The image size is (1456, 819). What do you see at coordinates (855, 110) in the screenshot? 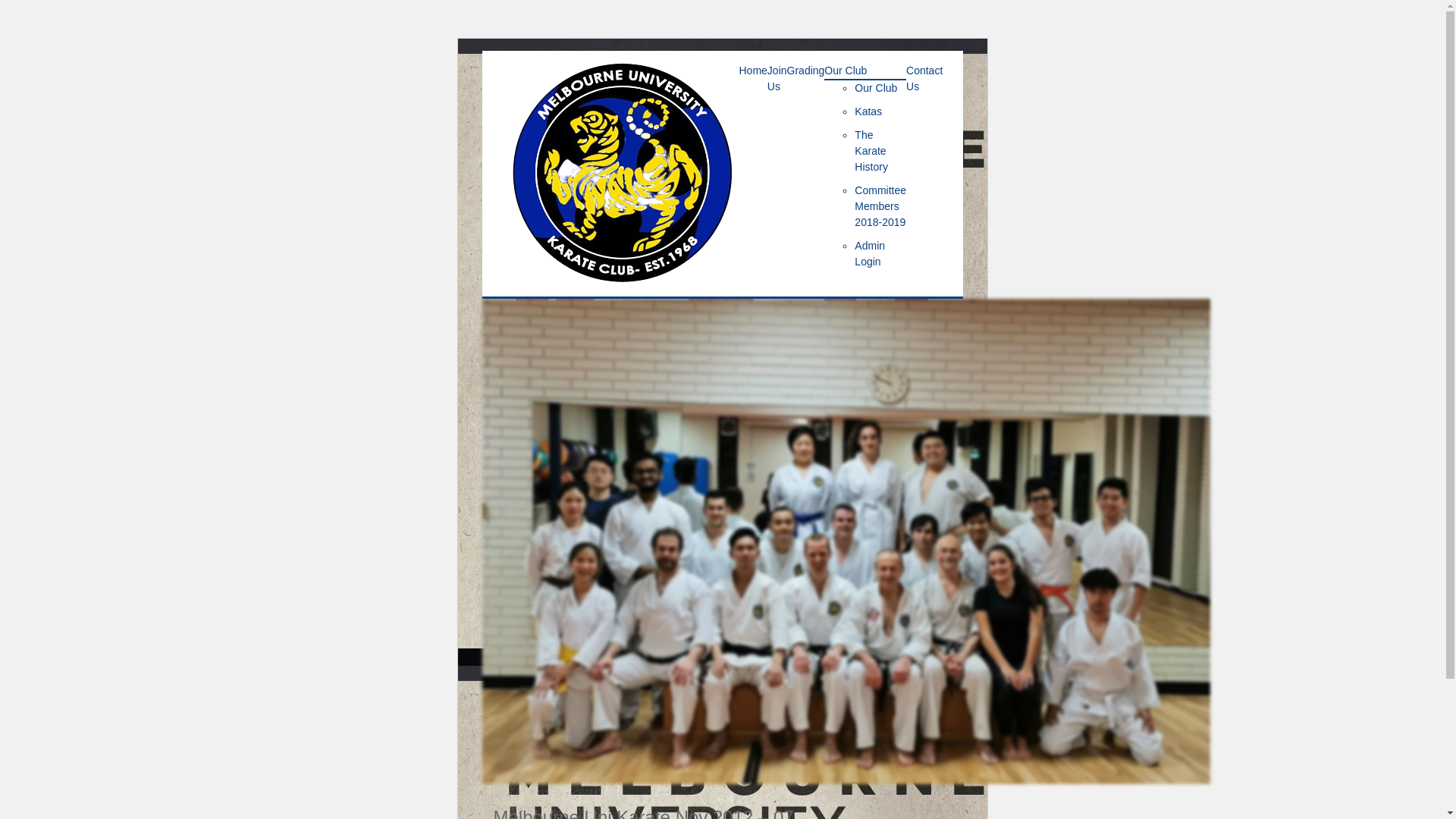
I see `'Katas'` at bounding box center [855, 110].